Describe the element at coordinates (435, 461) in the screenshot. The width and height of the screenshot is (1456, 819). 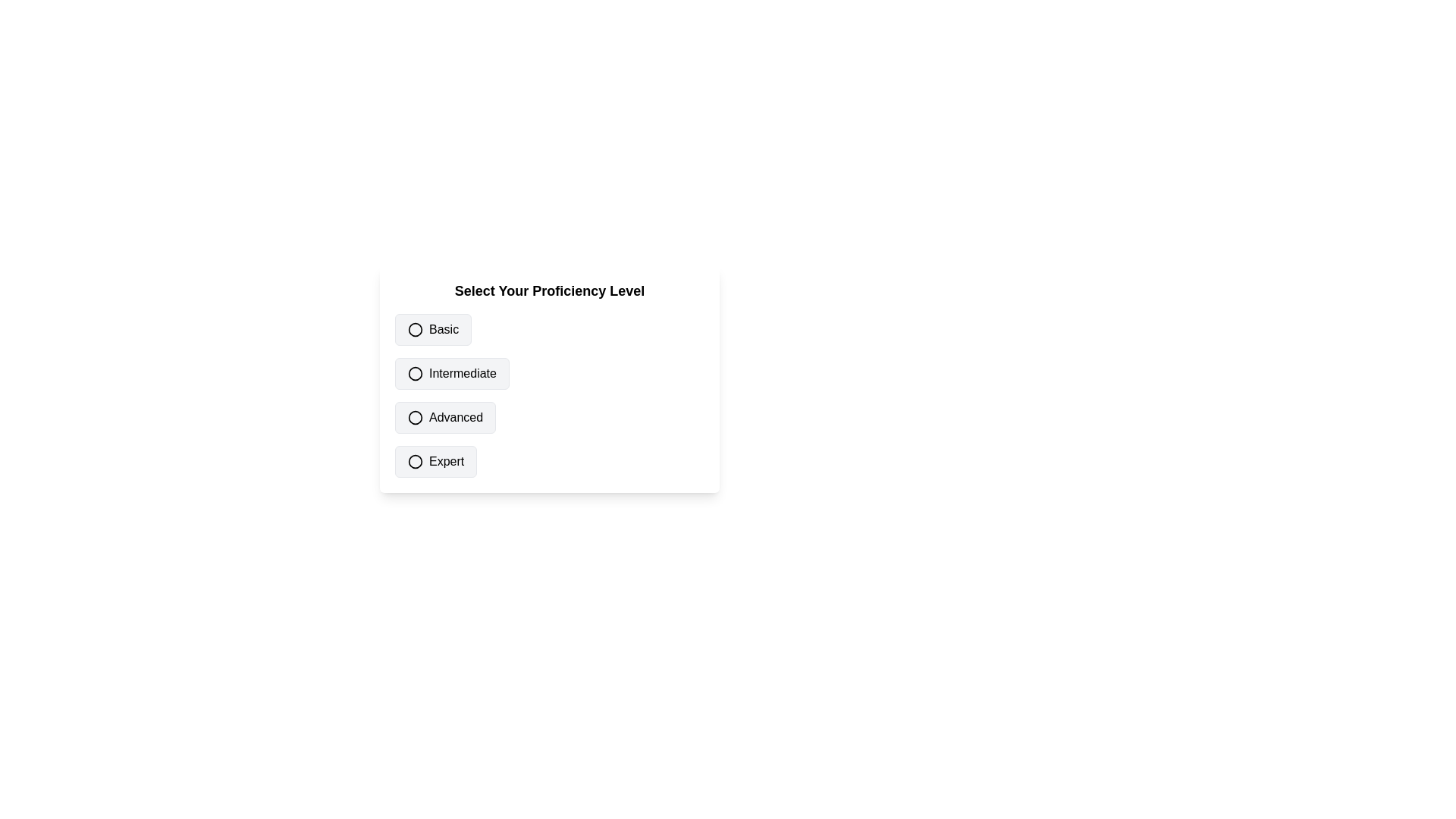
I see `the 'Expert' button-like interactive element with an embedded radio button and label located in the bottom-most position of the group within the card layout titled 'Select Your Proficiency Level'` at that location.